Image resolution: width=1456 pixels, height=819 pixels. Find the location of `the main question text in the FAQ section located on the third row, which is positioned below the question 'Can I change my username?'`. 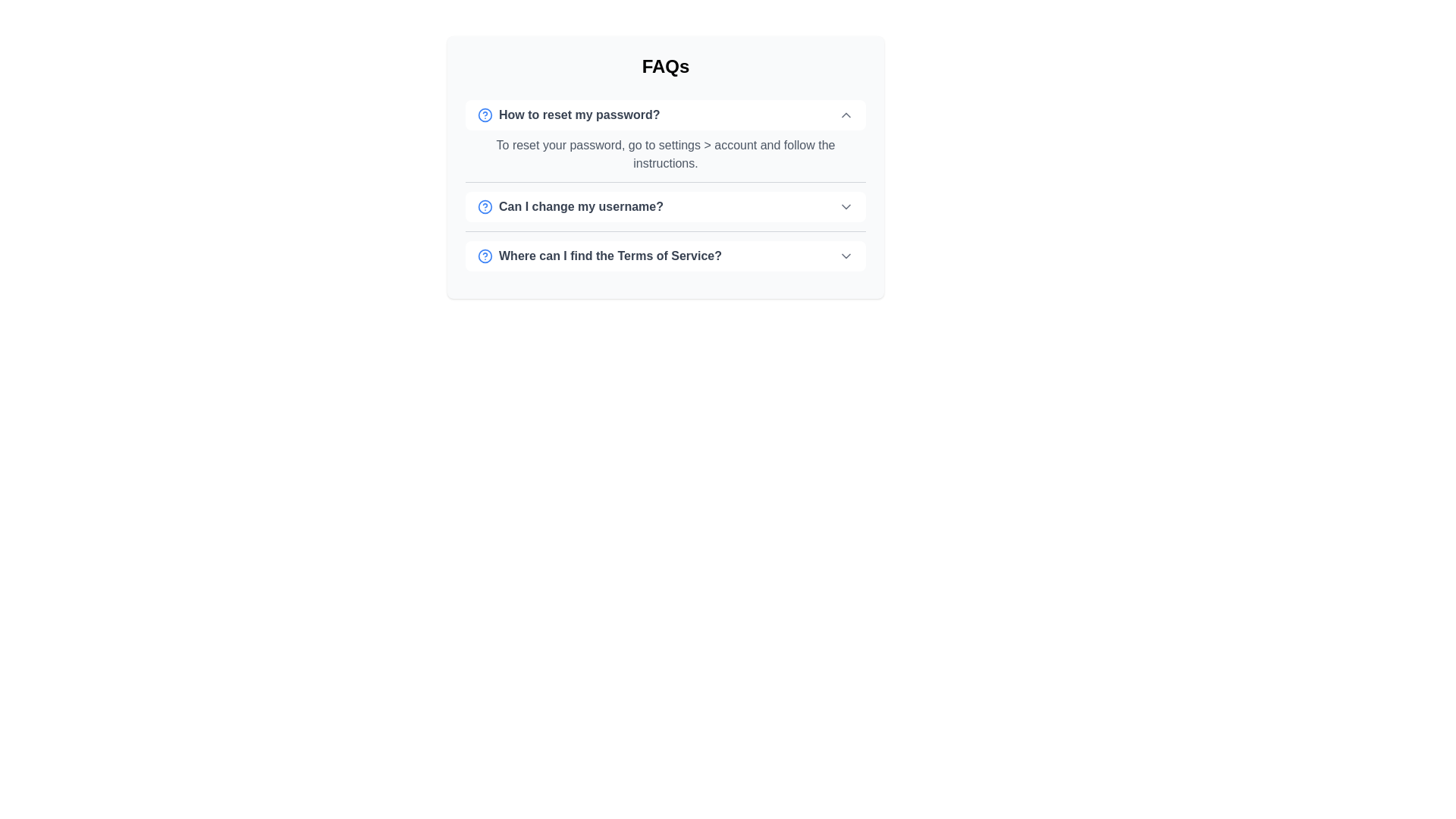

the main question text in the FAQ section located on the third row, which is positioned below the question 'Can I change my username?' is located at coordinates (599, 256).